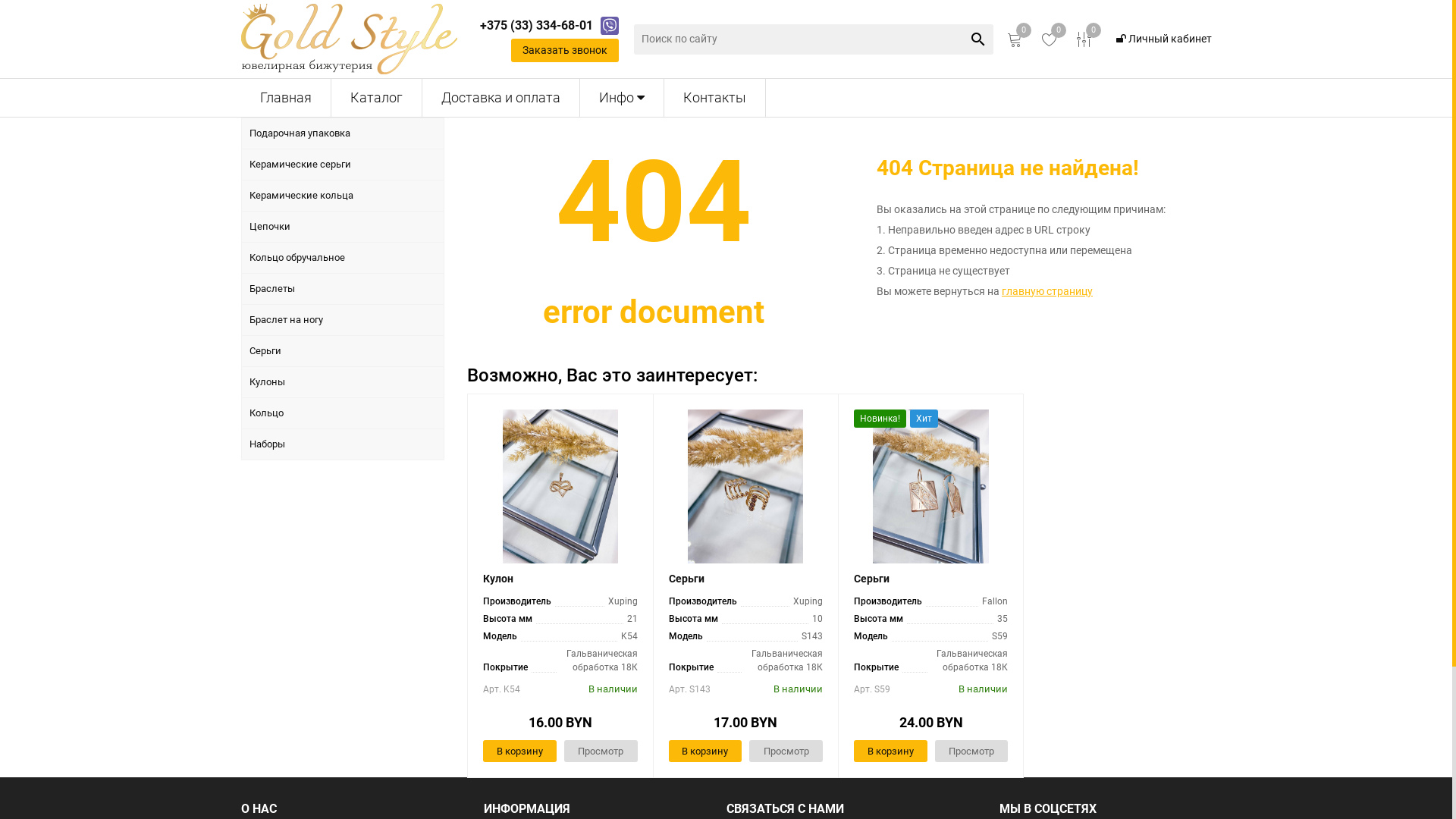 This screenshot has width=1456, height=819. I want to click on '0', so click(1048, 38).